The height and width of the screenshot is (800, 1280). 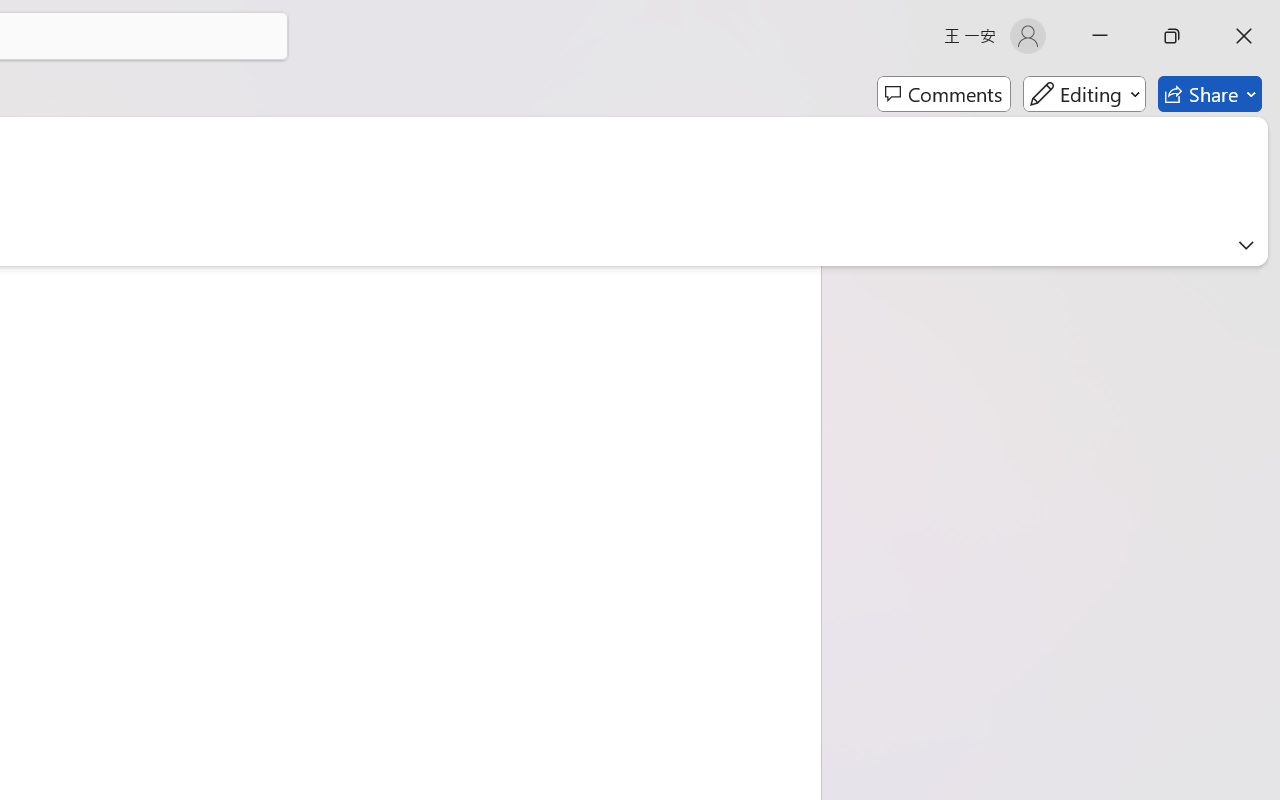 I want to click on 'Minimize', so click(x=1099, y=35).